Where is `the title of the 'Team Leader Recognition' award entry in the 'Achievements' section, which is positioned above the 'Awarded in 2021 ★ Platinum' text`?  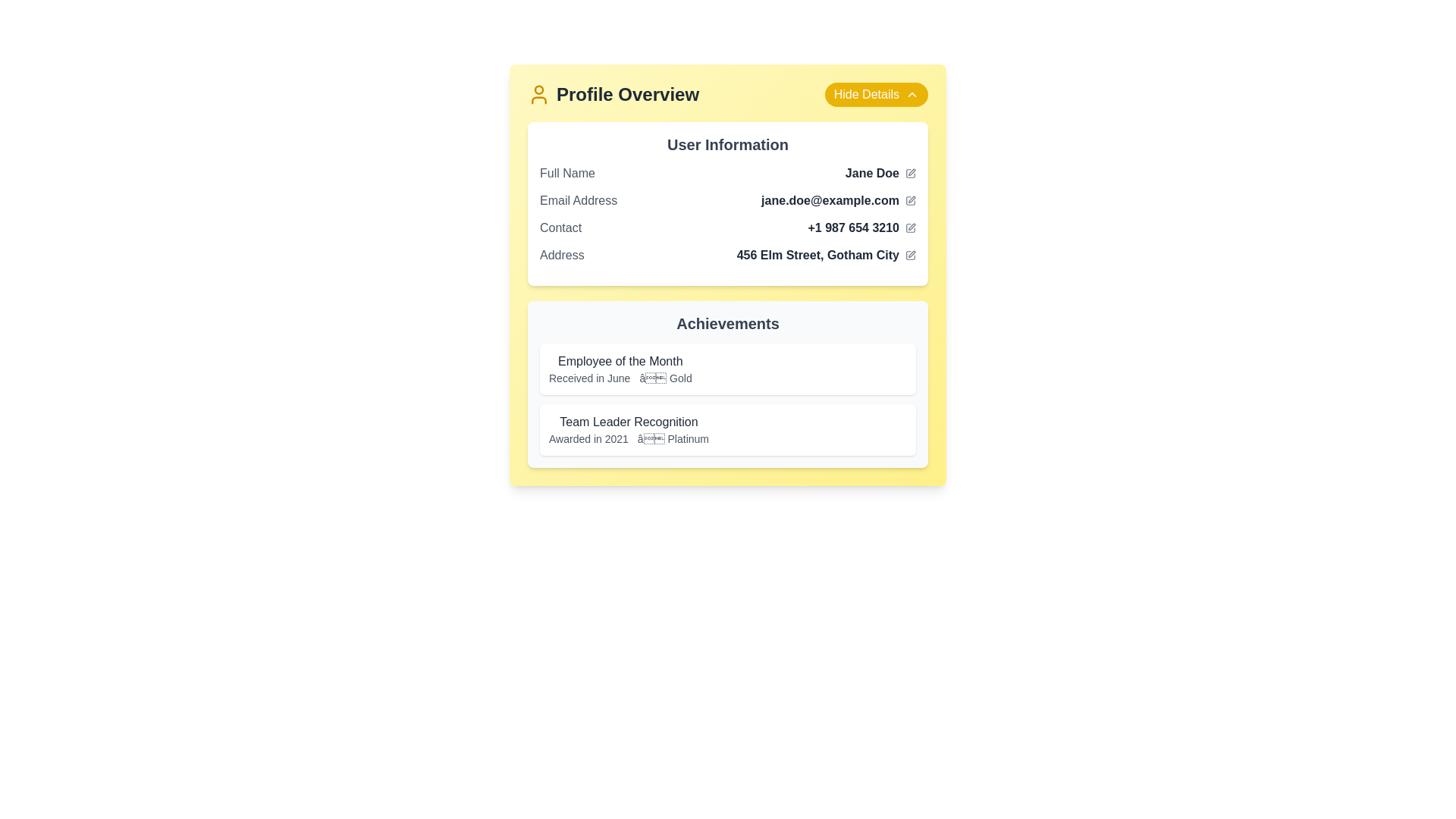
the title of the 'Team Leader Recognition' award entry in the 'Achievements' section, which is positioned above the 'Awarded in 2021 ★ Platinum' text is located at coordinates (629, 422).